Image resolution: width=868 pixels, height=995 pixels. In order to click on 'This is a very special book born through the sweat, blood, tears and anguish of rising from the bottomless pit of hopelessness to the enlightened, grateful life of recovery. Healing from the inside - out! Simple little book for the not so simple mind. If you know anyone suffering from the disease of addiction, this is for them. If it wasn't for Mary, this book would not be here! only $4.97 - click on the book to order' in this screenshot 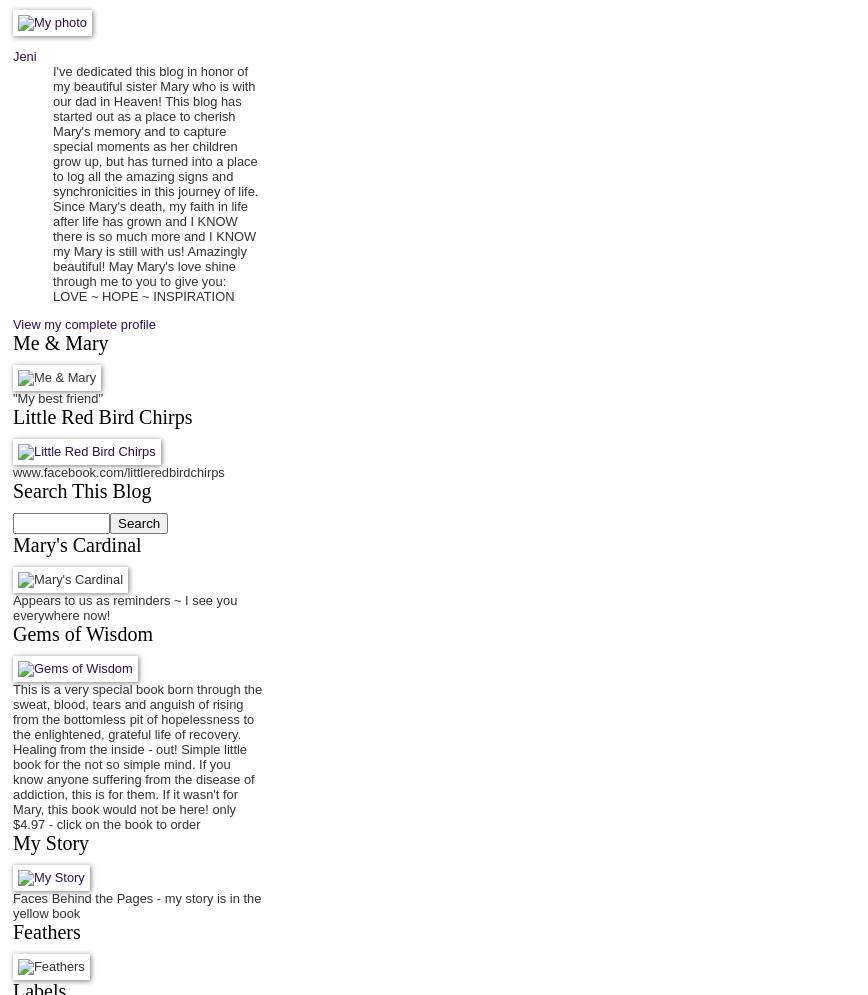, I will do `click(137, 755)`.